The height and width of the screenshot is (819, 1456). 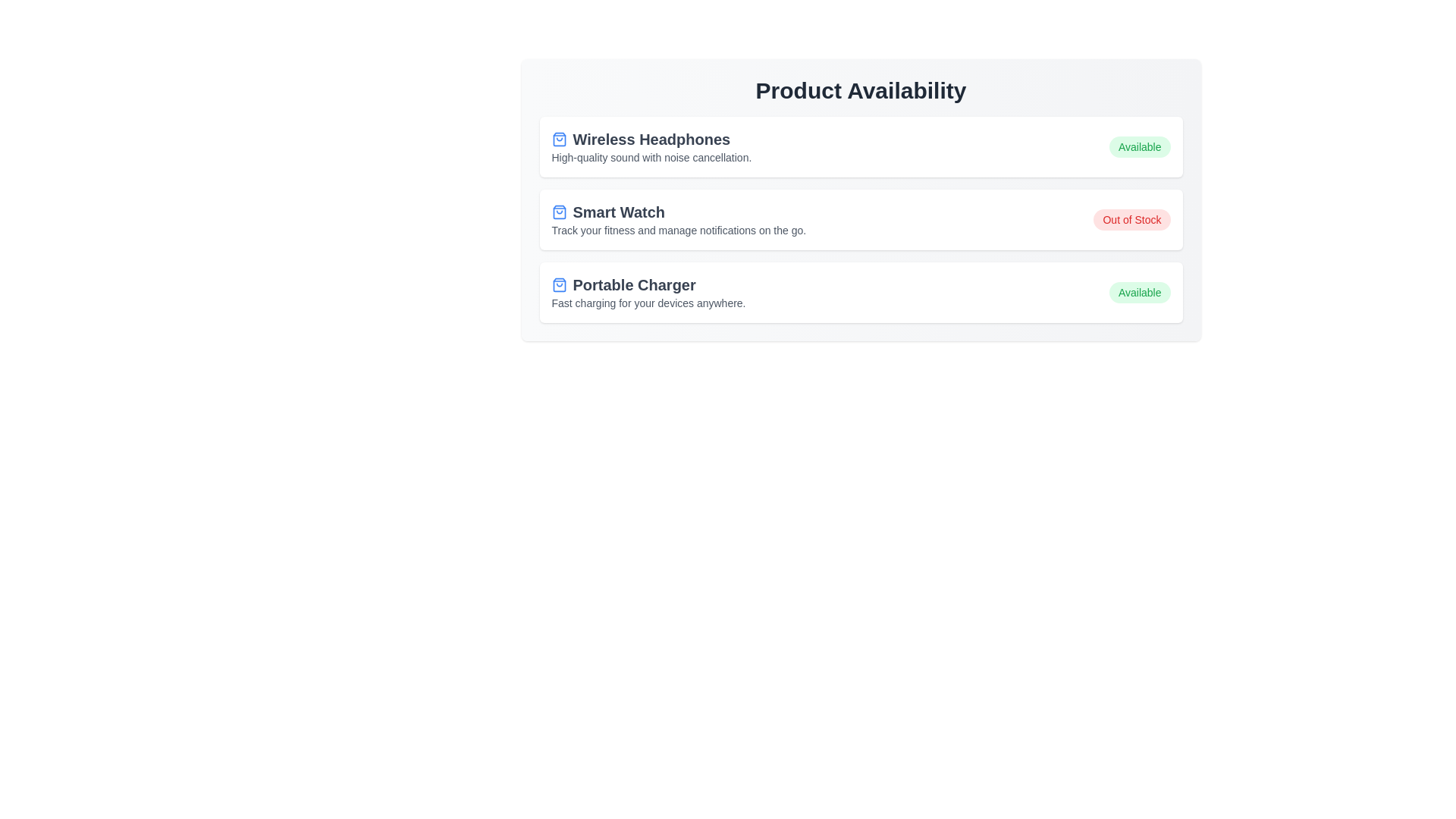 What do you see at coordinates (861, 219) in the screenshot?
I see `the product Smart Watch to reveal additional options` at bounding box center [861, 219].